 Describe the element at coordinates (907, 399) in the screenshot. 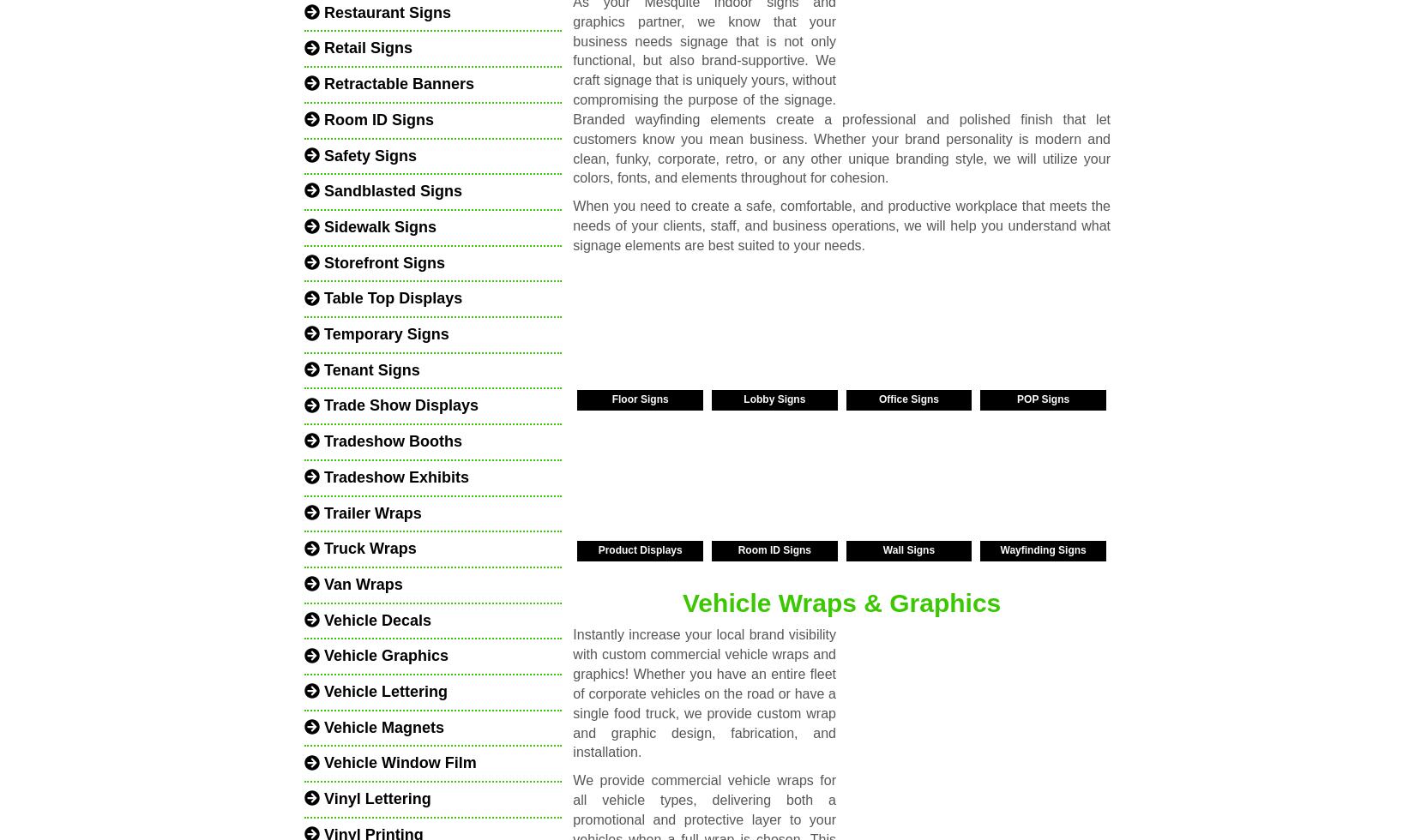

I see `'Office Signs'` at that location.